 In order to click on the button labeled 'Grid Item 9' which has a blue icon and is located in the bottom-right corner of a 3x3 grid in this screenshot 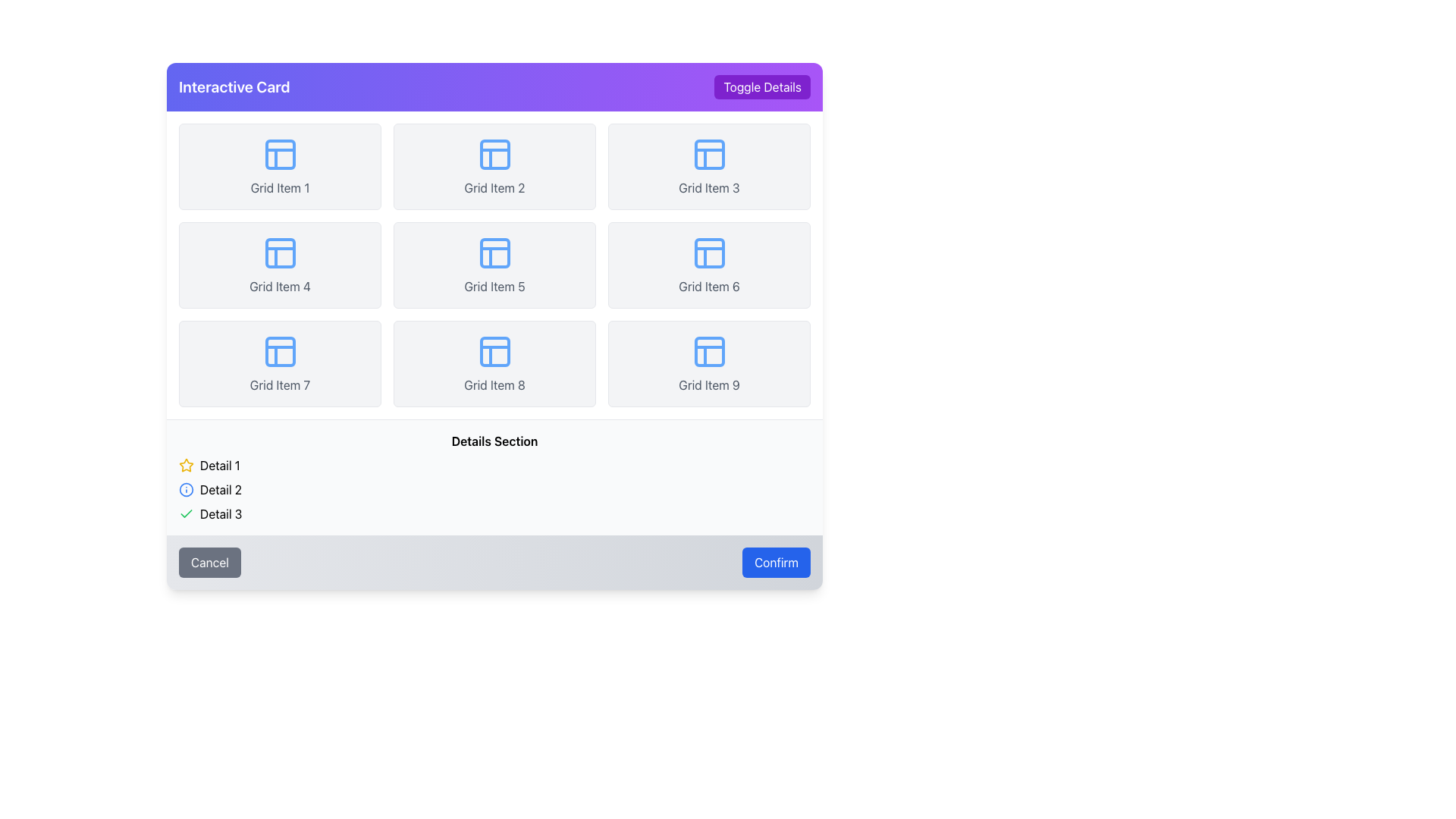, I will do `click(708, 363)`.